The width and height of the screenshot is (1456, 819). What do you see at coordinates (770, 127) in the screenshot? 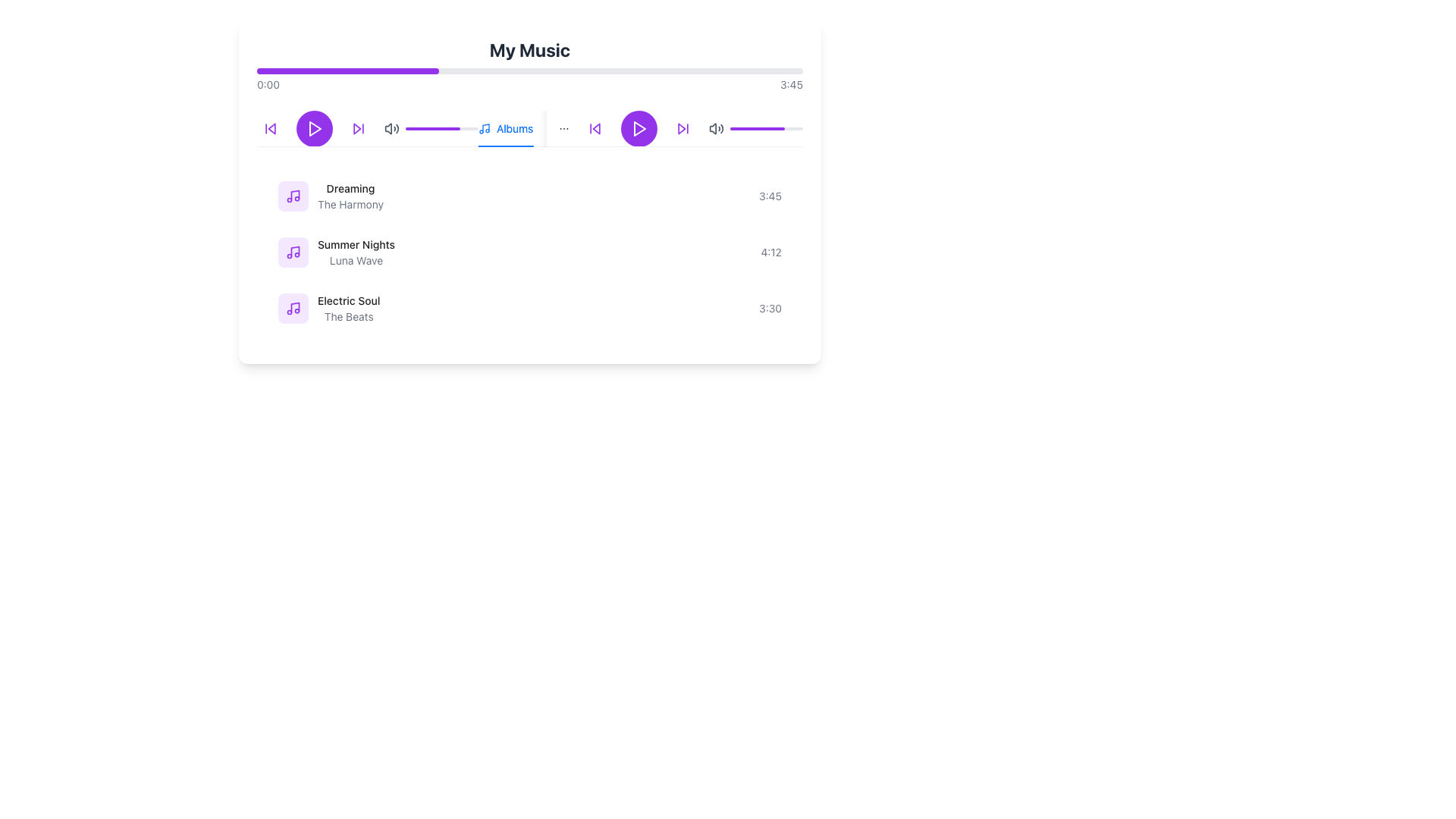
I see `volume` at bounding box center [770, 127].